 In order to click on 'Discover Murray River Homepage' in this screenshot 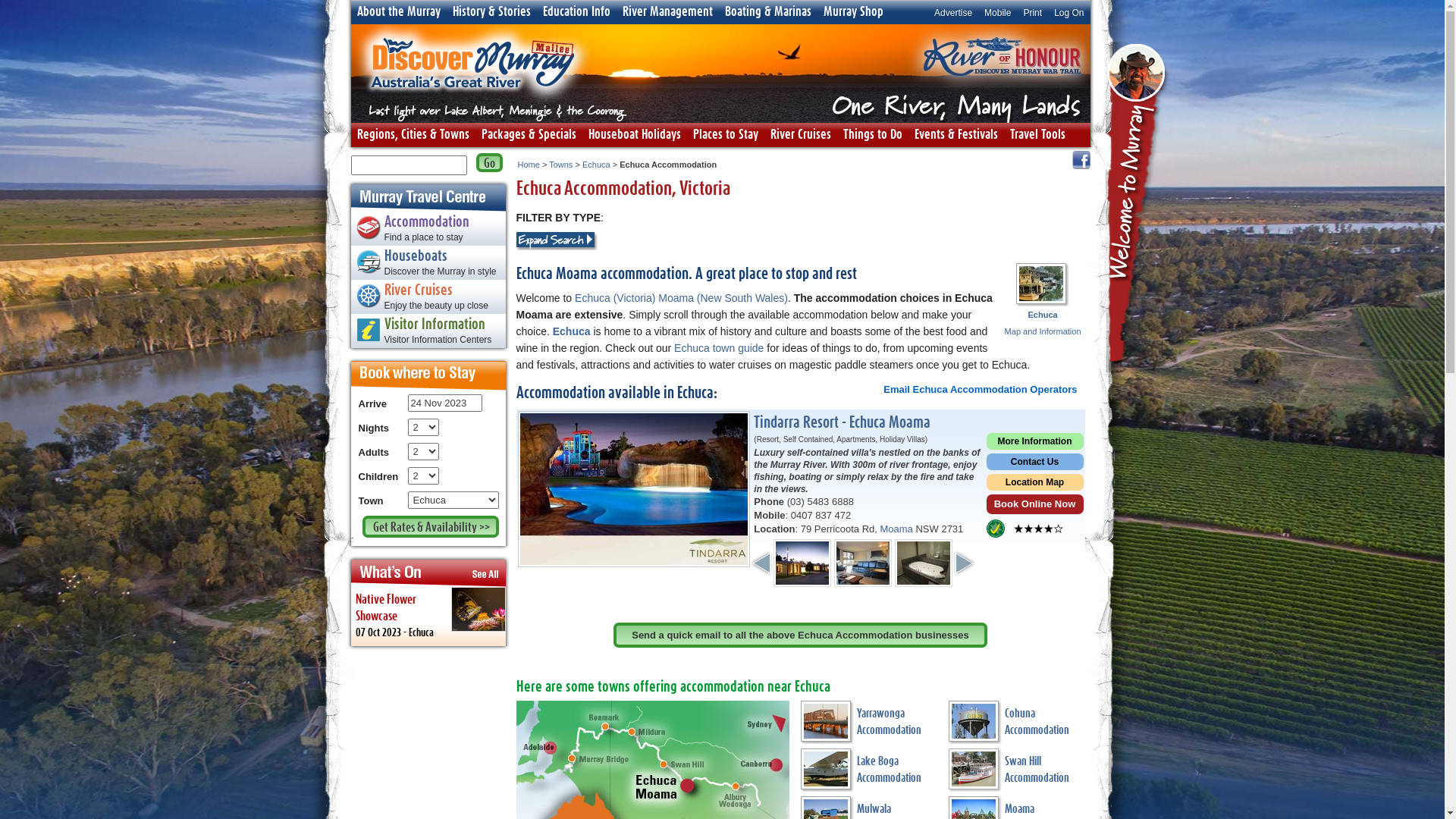, I will do `click(471, 105)`.